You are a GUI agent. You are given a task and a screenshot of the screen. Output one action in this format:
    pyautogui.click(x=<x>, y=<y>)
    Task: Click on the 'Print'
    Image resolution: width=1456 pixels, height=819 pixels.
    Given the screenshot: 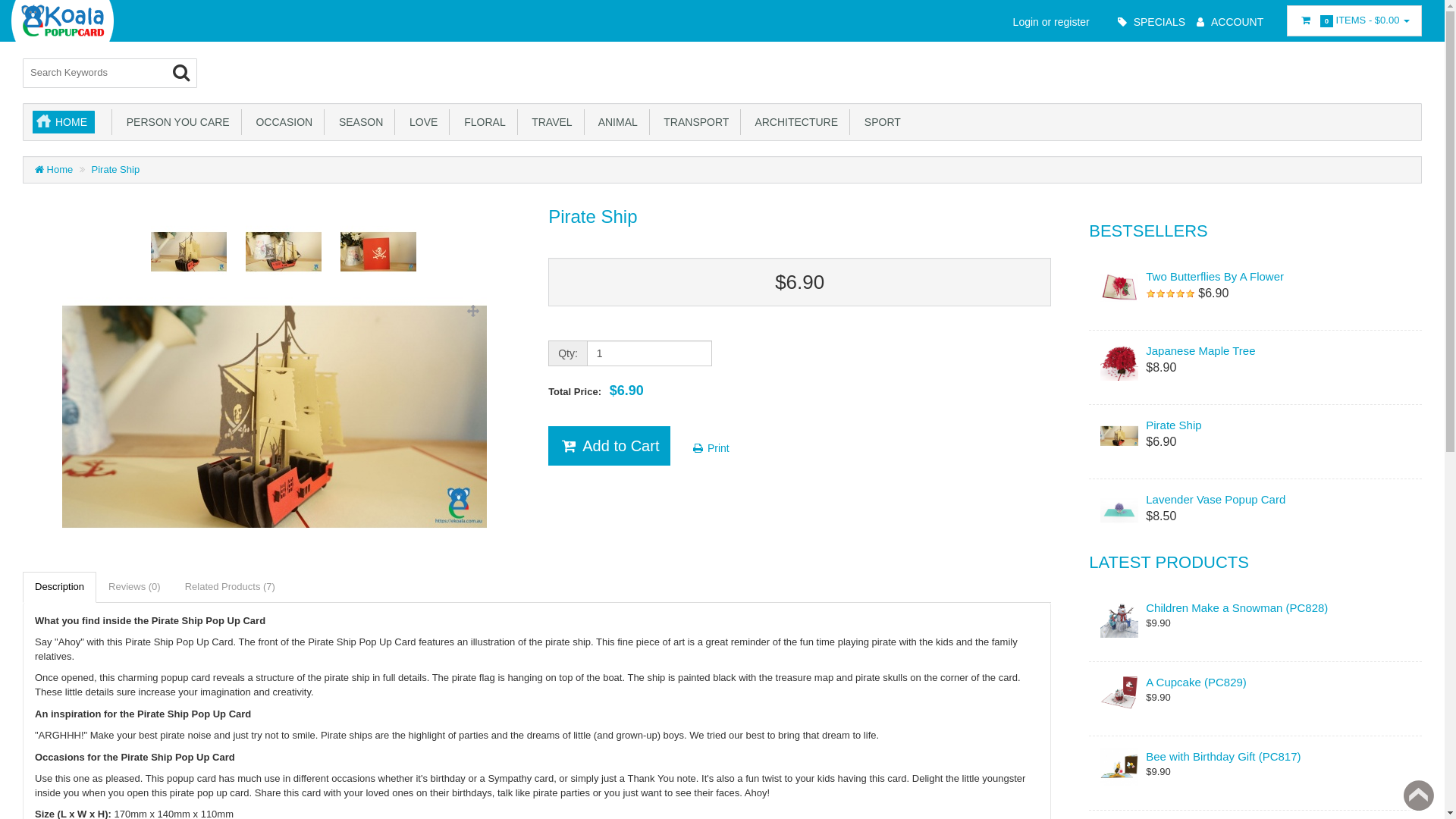 What is the action you would take?
    pyautogui.click(x=709, y=447)
    